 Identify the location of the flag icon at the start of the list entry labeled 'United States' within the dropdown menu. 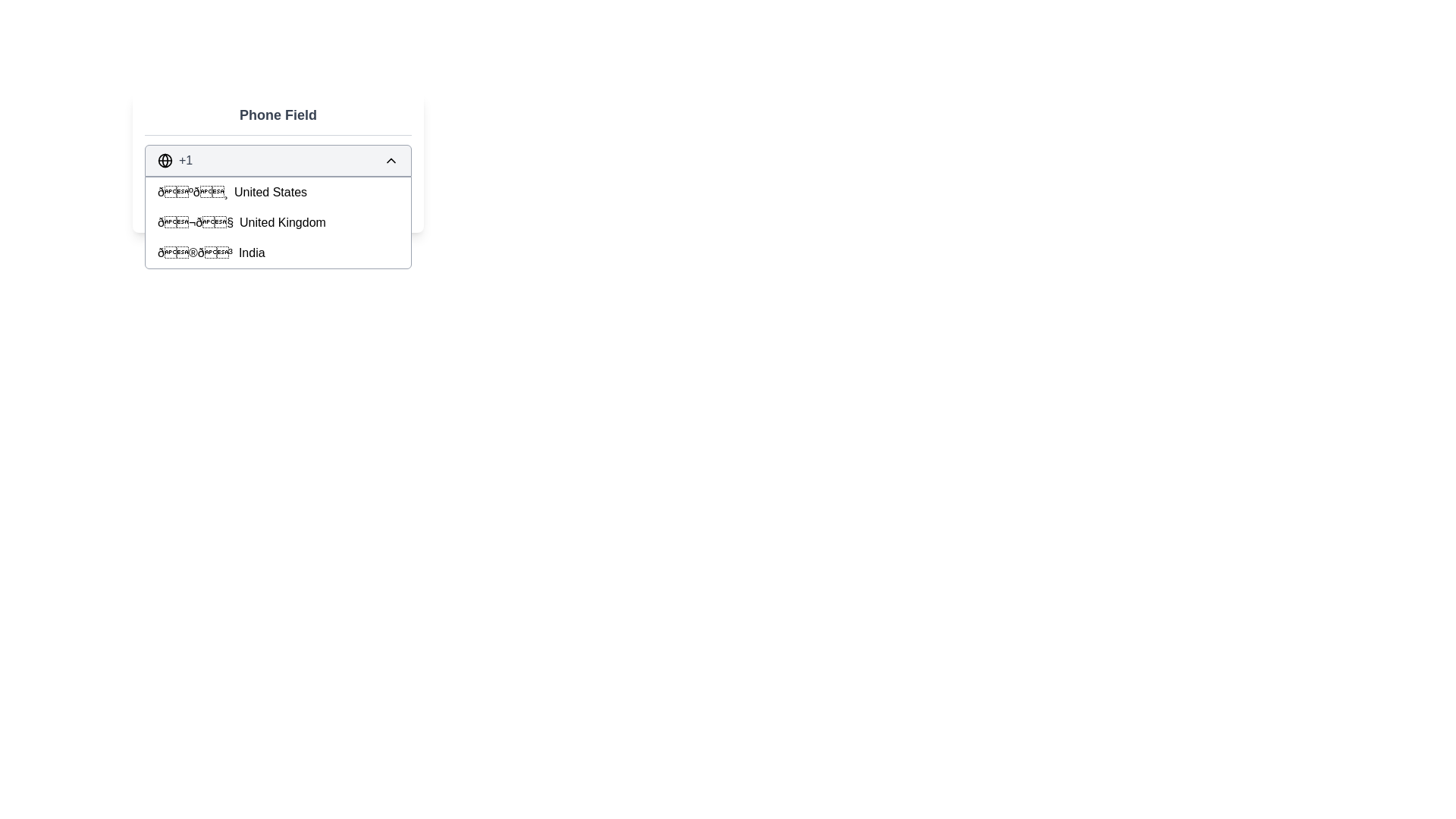
(192, 192).